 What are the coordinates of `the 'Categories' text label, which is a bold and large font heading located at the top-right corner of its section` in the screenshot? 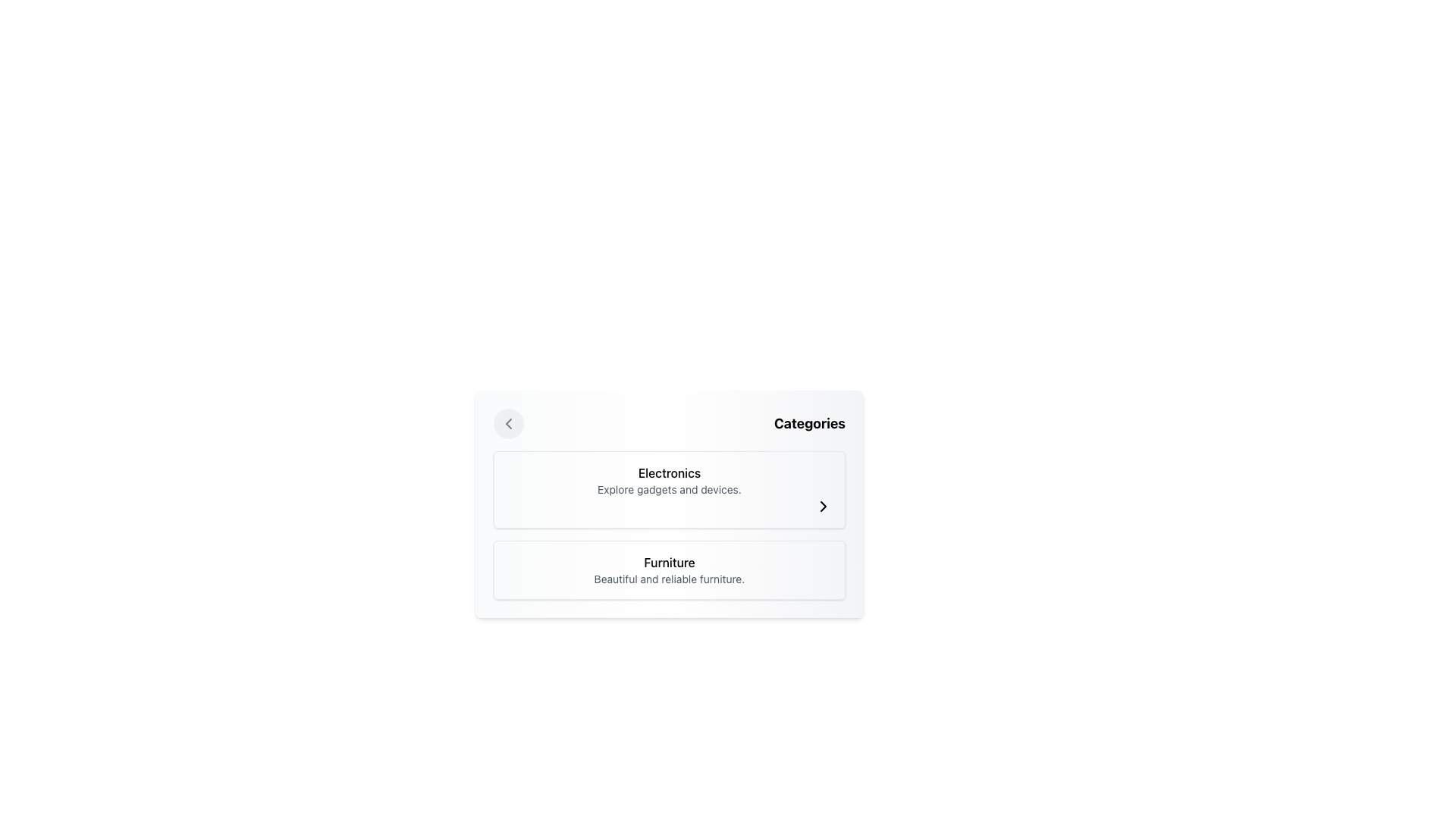 It's located at (808, 424).